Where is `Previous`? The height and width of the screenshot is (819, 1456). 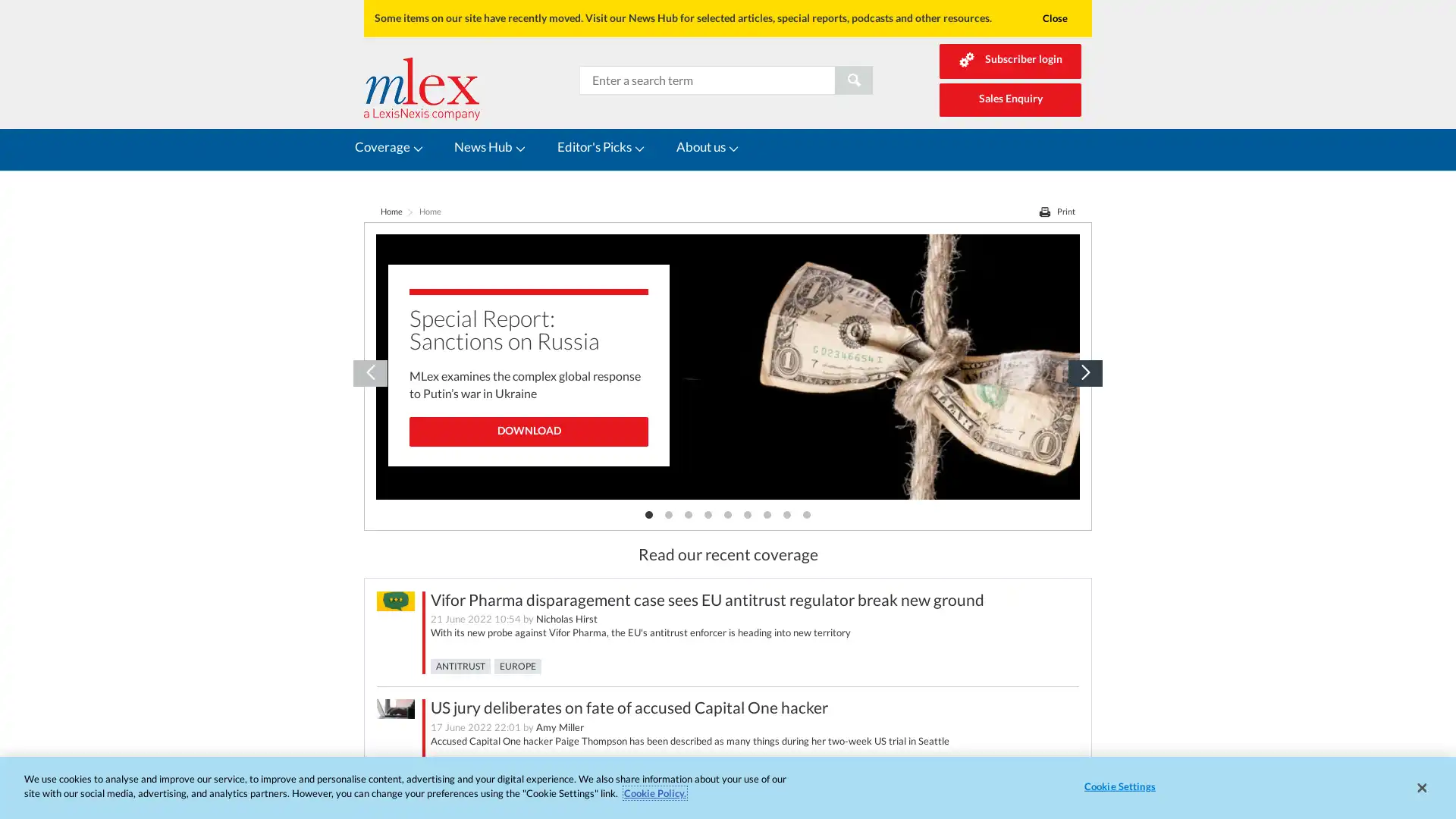 Previous is located at coordinates (370, 350).